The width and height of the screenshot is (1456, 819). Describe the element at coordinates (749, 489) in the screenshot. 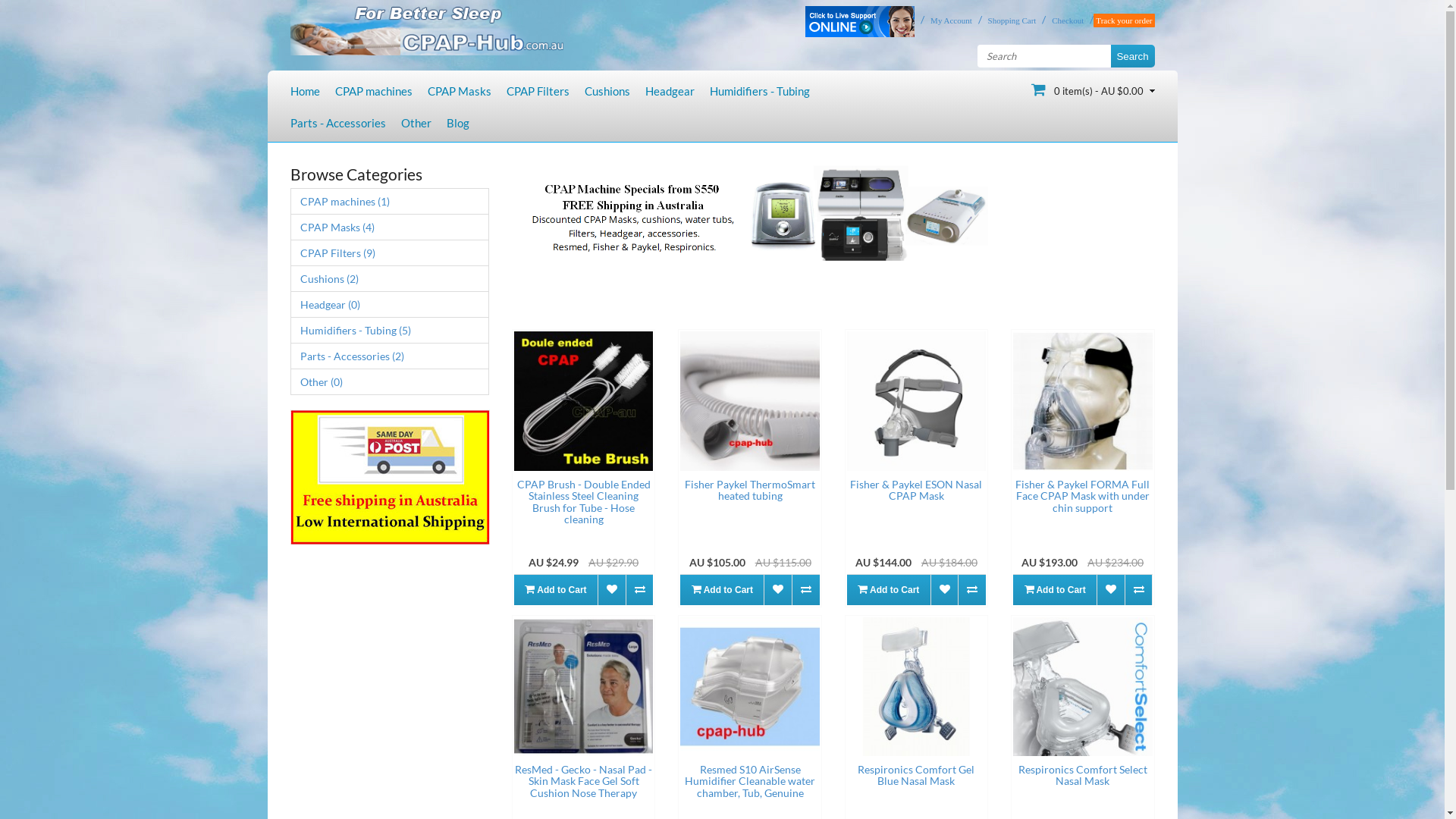

I see `'Fisher Paykel ThermoSmart heated tubing'` at that location.